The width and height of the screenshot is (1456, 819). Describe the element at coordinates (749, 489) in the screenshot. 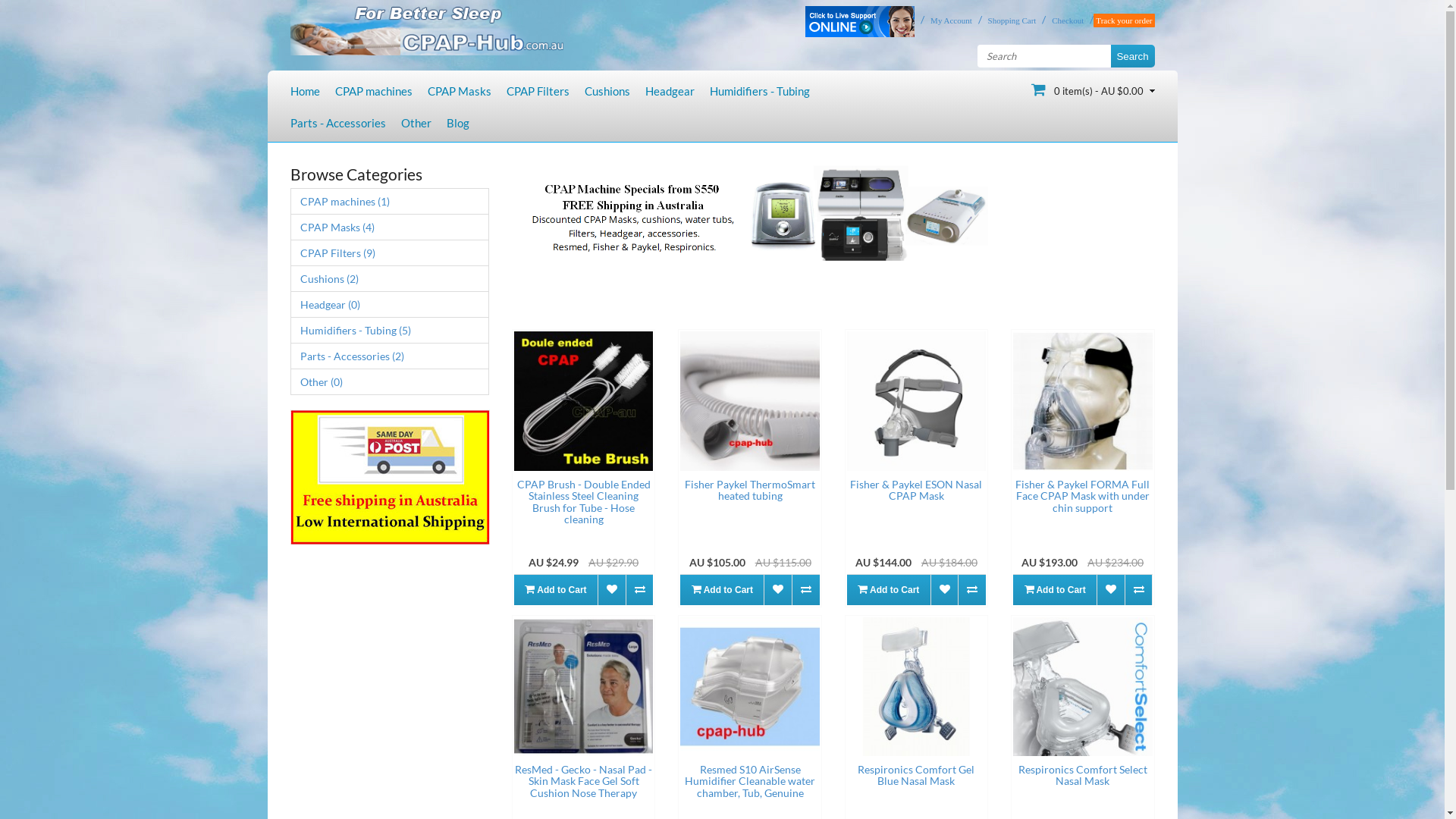

I see `'Fisher Paykel ThermoSmart heated tubing'` at that location.